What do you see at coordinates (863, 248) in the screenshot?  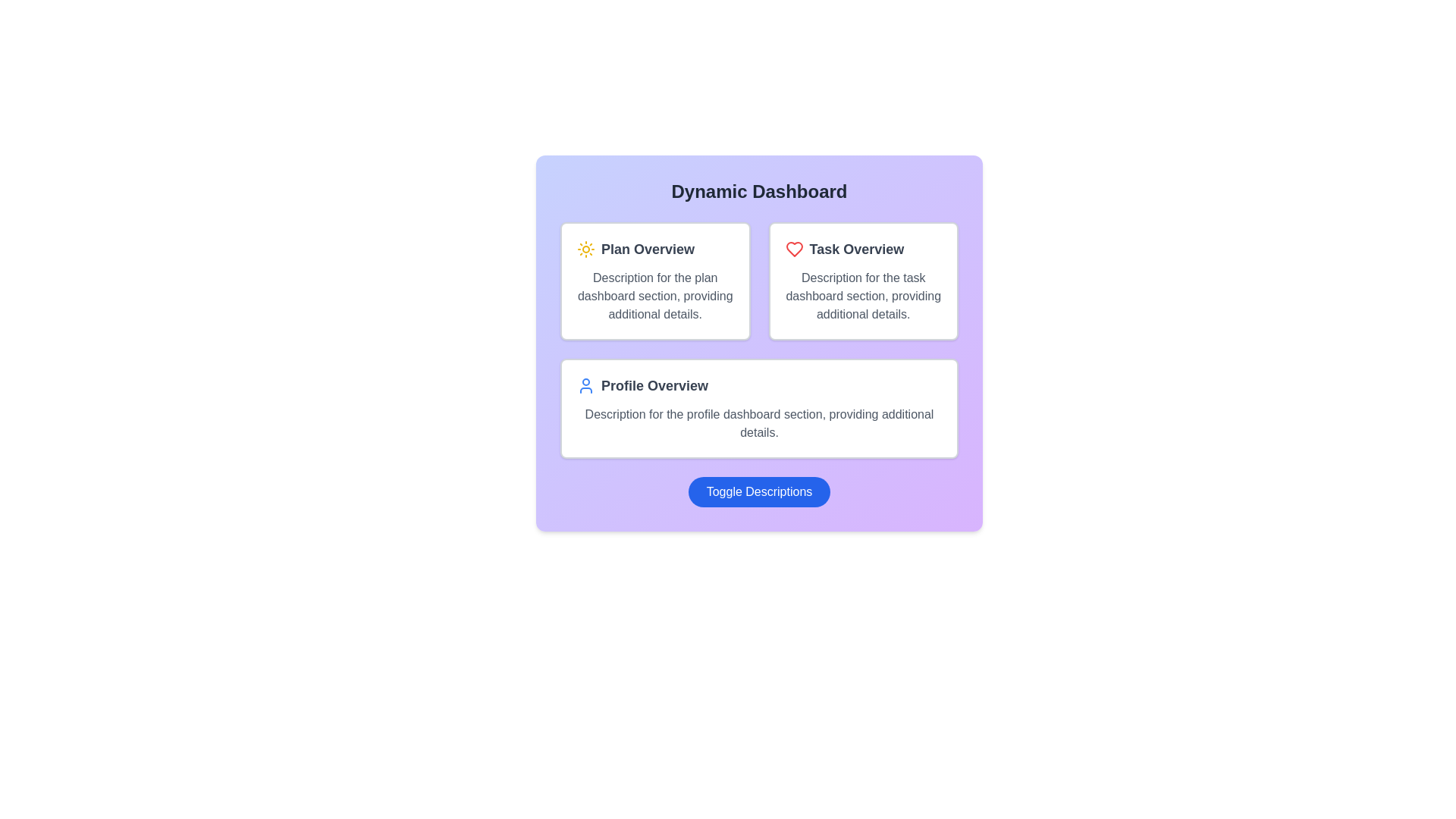 I see `the 'Task Overview' header text located in the upper right rectangle of the summary cards, positioned top center above the descriptive paragraph` at bounding box center [863, 248].